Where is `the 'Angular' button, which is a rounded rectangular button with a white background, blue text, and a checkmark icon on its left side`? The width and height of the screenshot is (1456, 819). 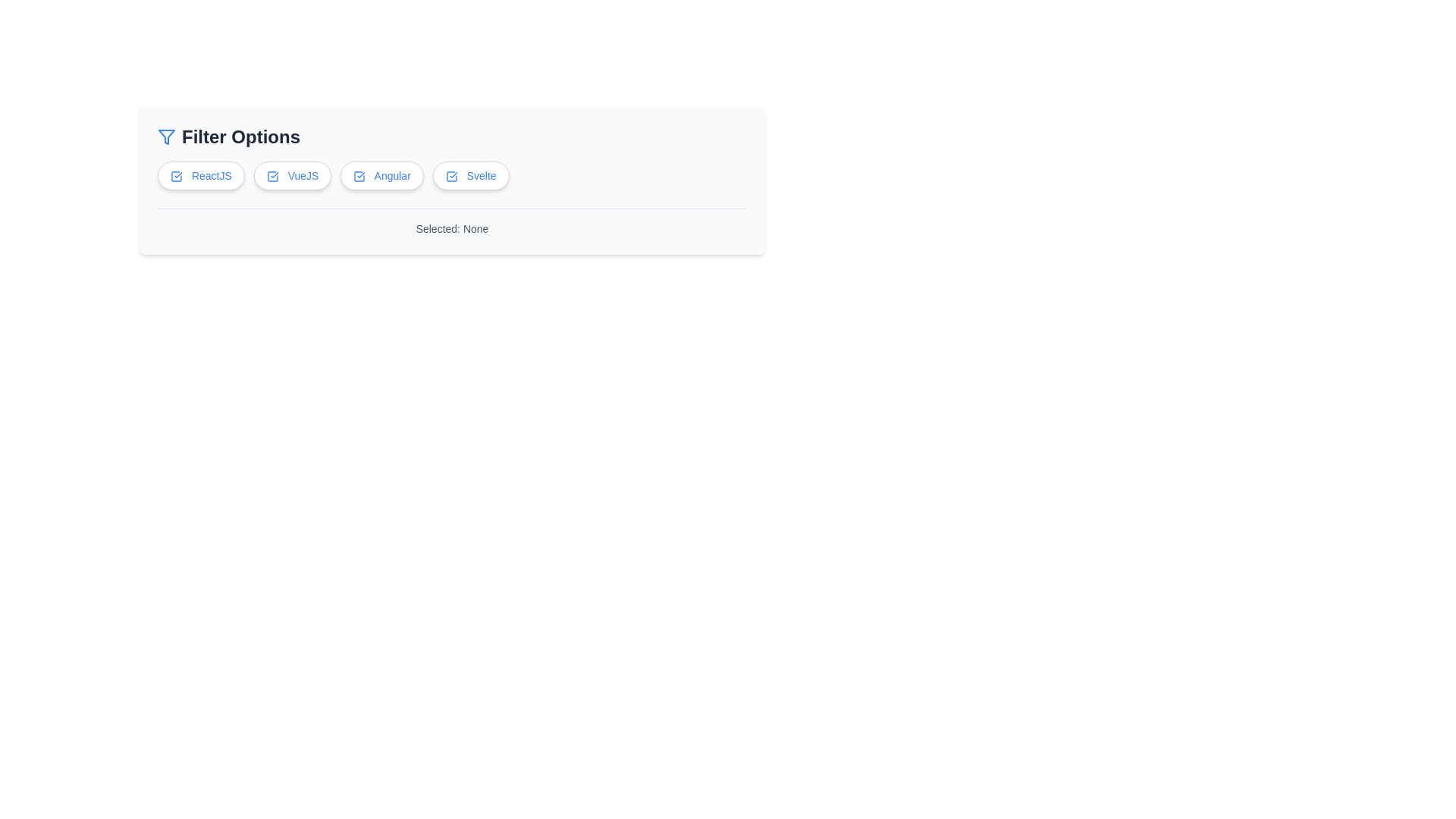 the 'Angular' button, which is a rounded rectangular button with a white background, blue text, and a checkmark icon on its left side is located at coordinates (382, 174).